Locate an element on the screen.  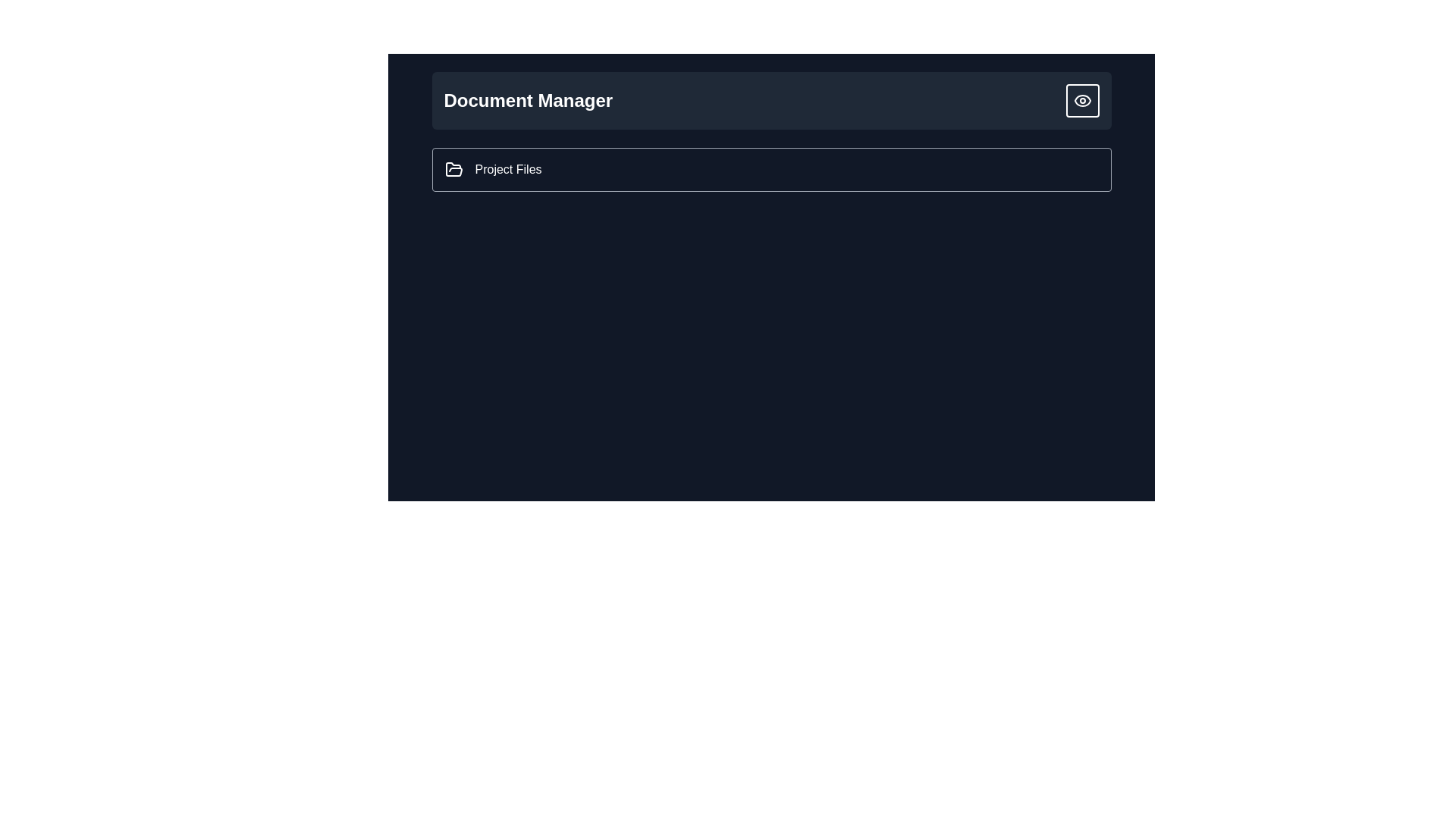
the visibility toggle button is located at coordinates (1081, 100).